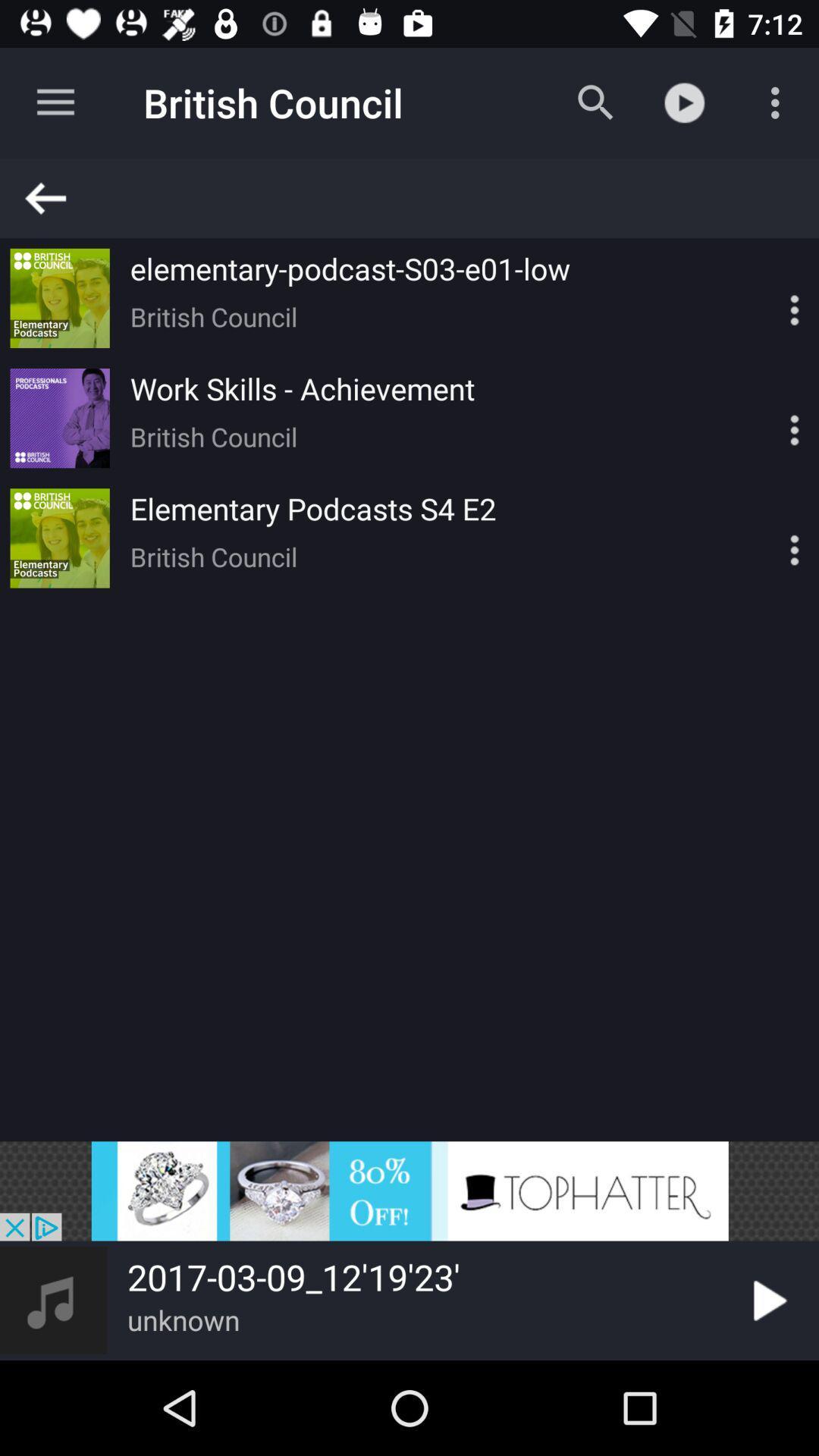  I want to click on go back, so click(416, 197).